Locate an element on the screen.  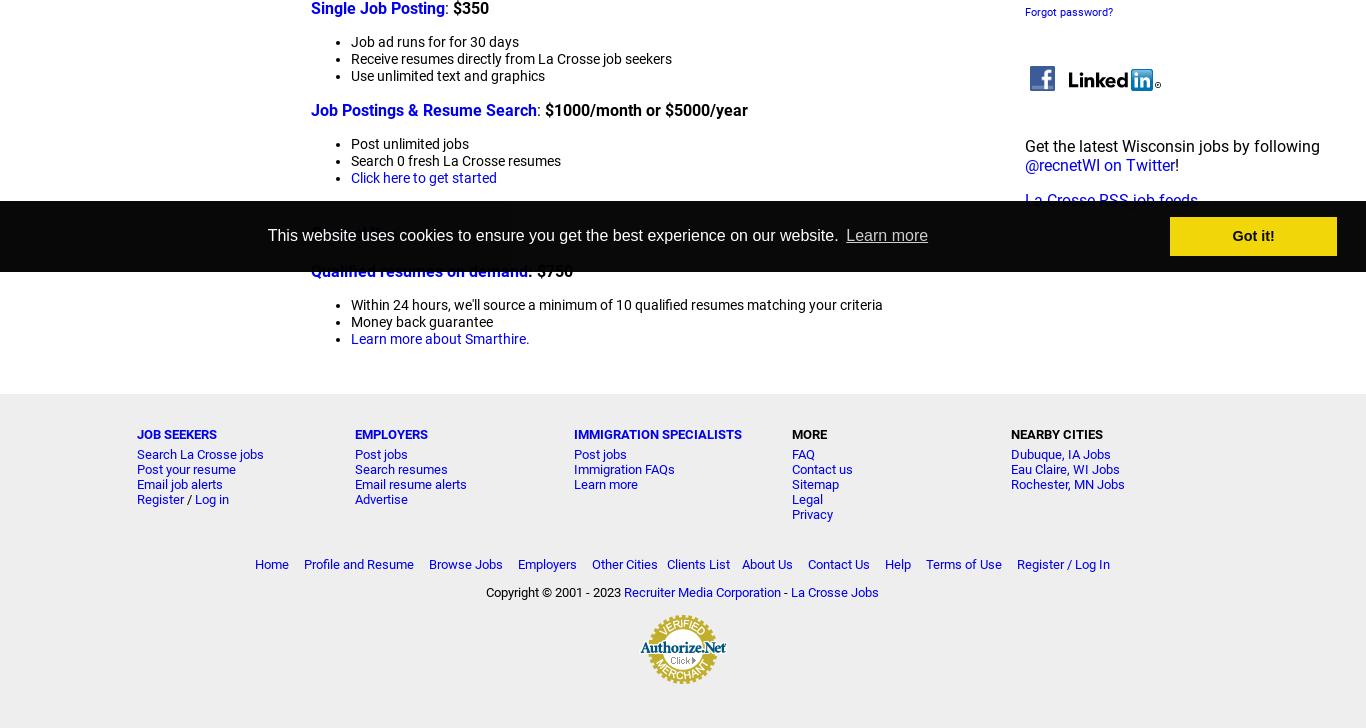
'Post your resume' is located at coordinates (184, 468).